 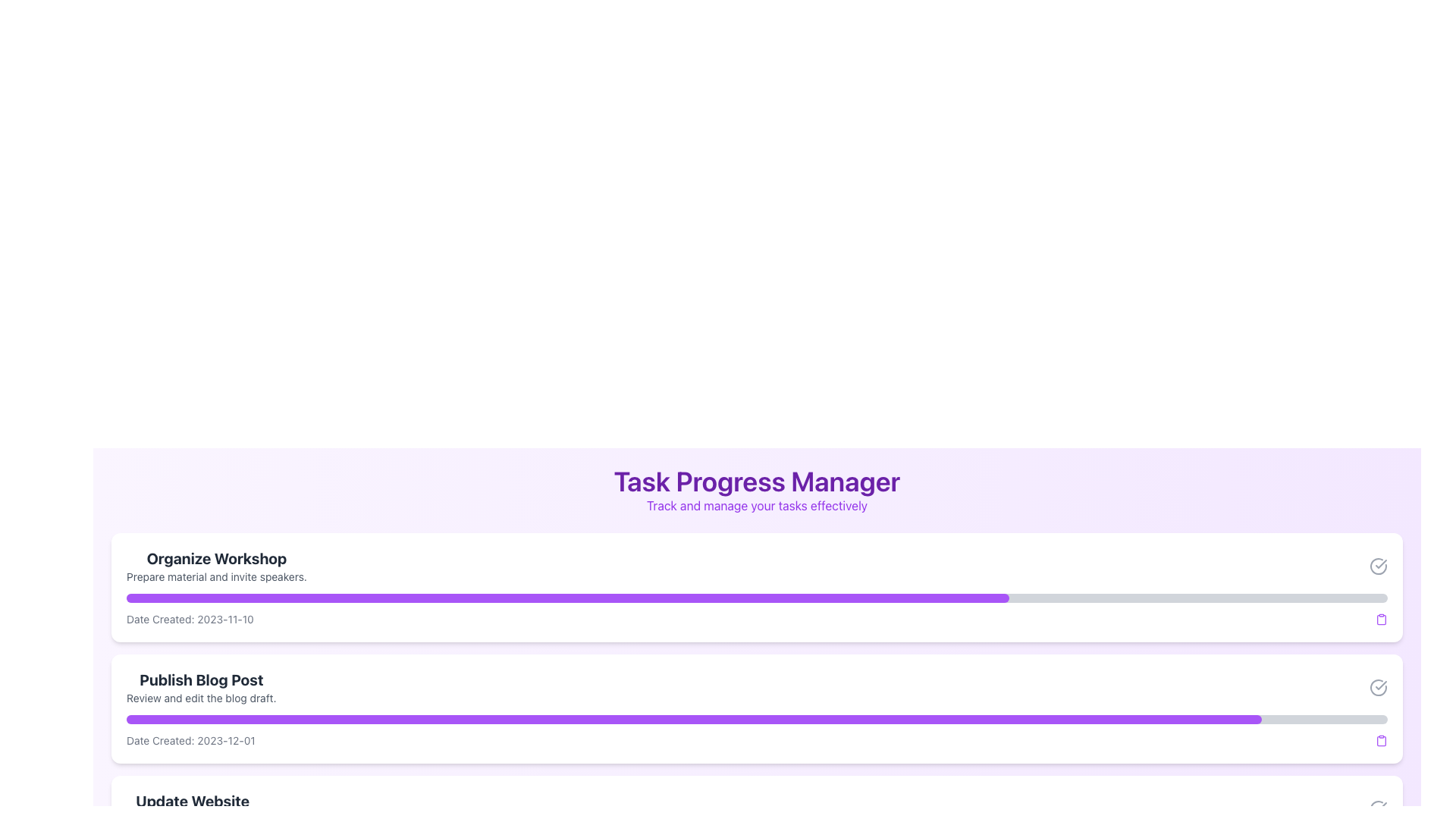 What do you see at coordinates (757, 482) in the screenshot?
I see `the prominently styled static text 'Task Progress Manager' which is centered above the sibling text 'Track and manage your tasks effectively'` at bounding box center [757, 482].